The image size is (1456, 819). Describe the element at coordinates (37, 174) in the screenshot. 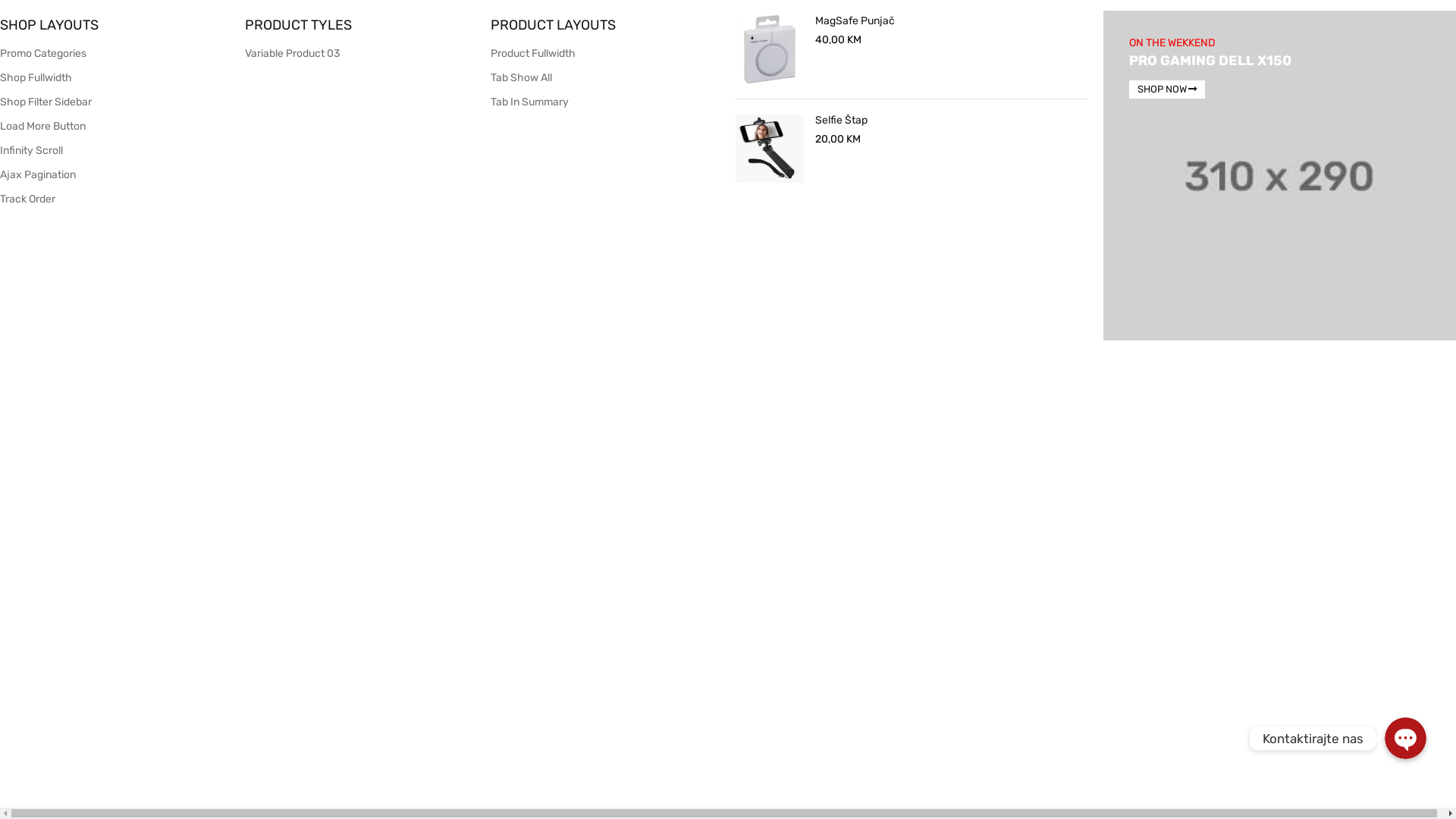

I see `'Ajax Pagination'` at that location.